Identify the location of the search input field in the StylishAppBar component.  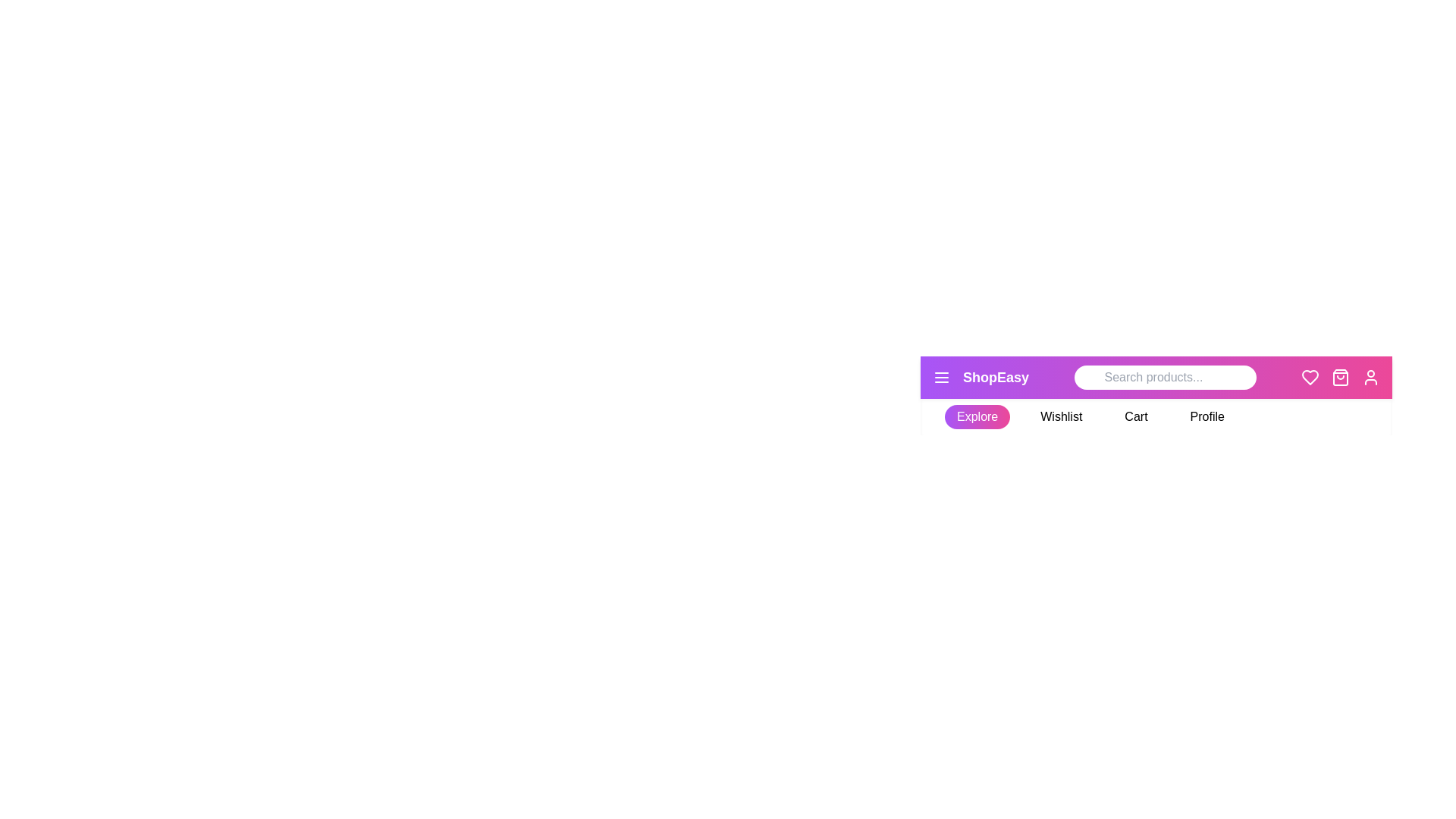
(1164, 376).